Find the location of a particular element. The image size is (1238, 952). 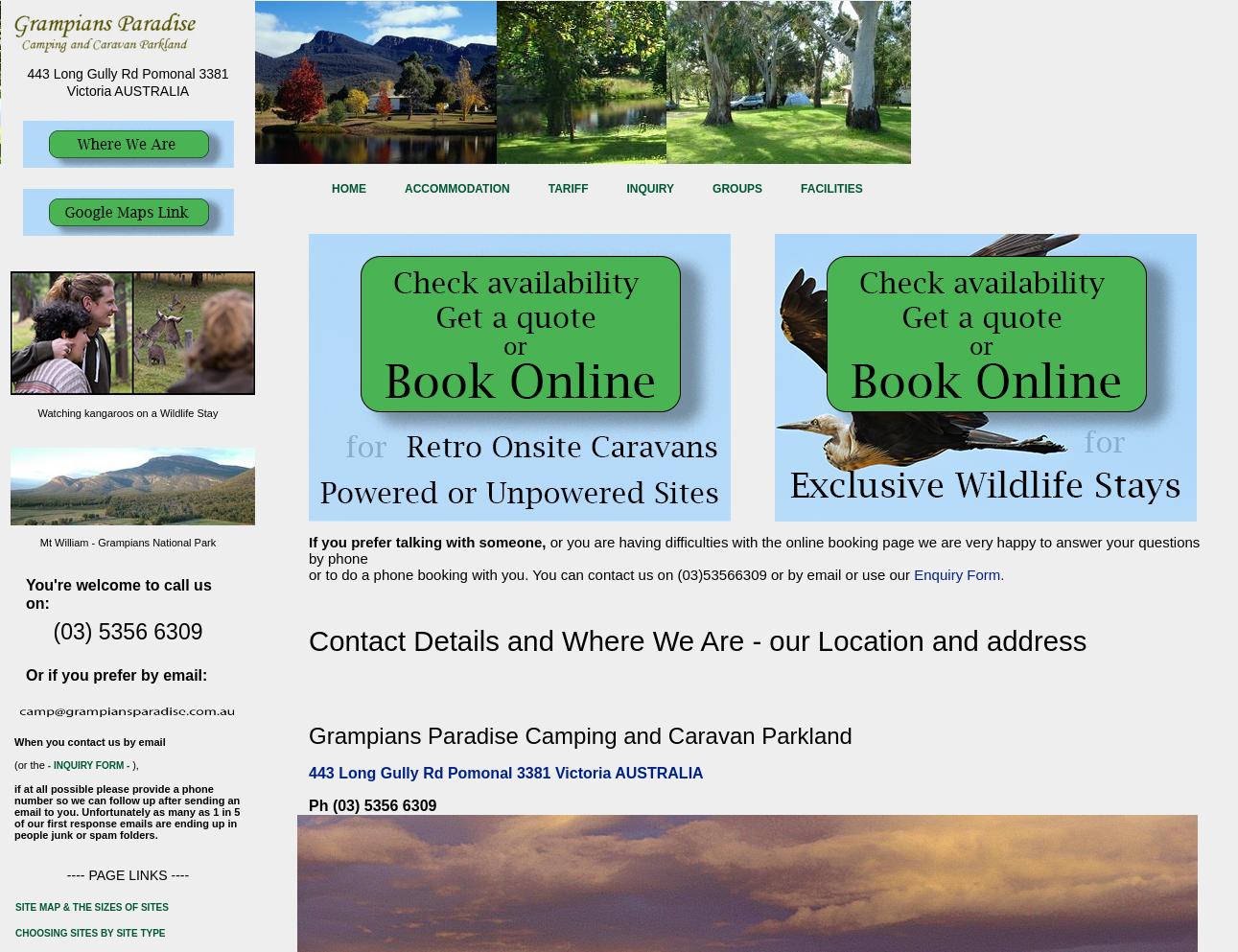

'- inquiry form -' is located at coordinates (88, 764).